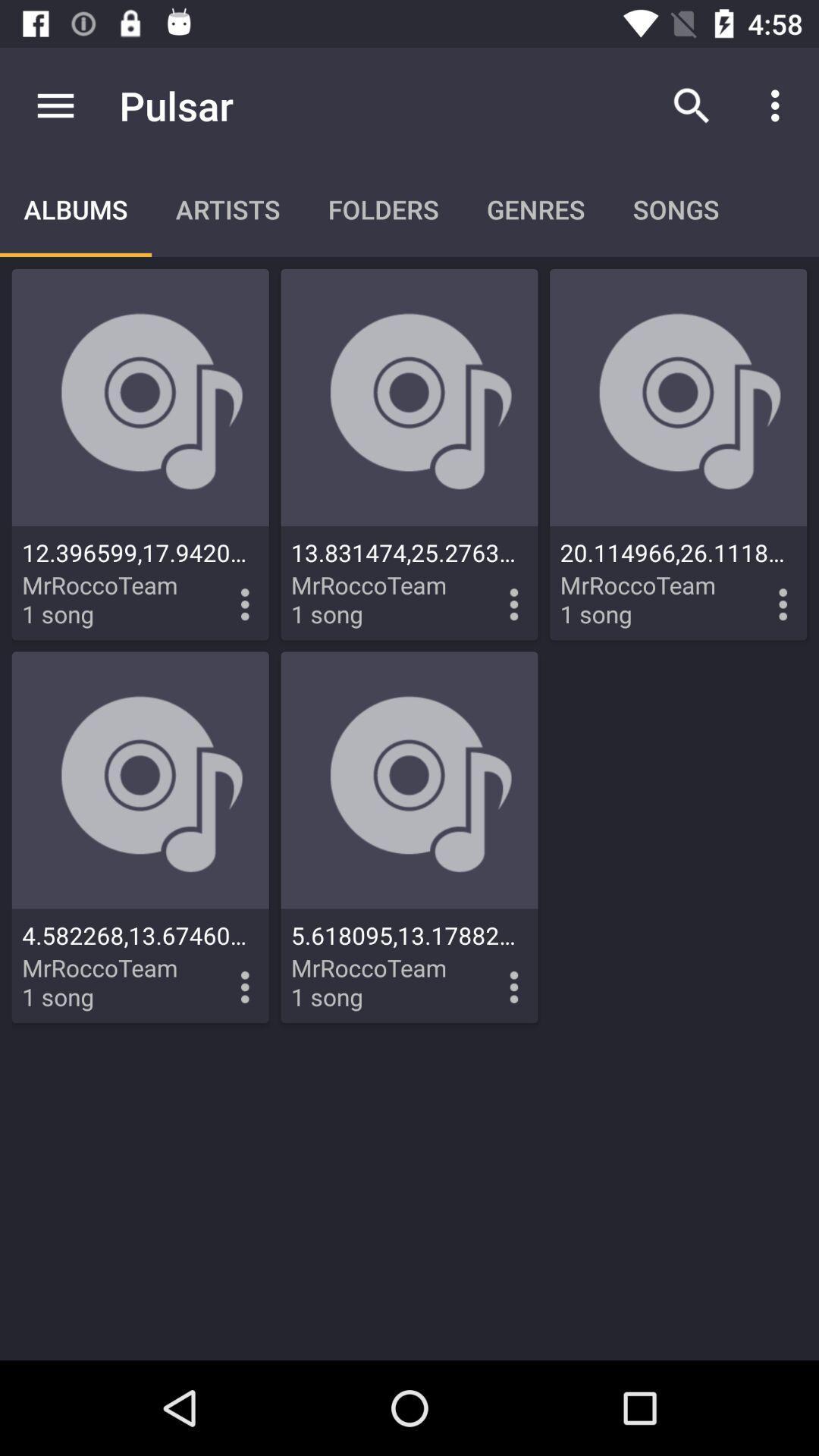  What do you see at coordinates (55, 105) in the screenshot?
I see `app to the left of pulsar` at bounding box center [55, 105].